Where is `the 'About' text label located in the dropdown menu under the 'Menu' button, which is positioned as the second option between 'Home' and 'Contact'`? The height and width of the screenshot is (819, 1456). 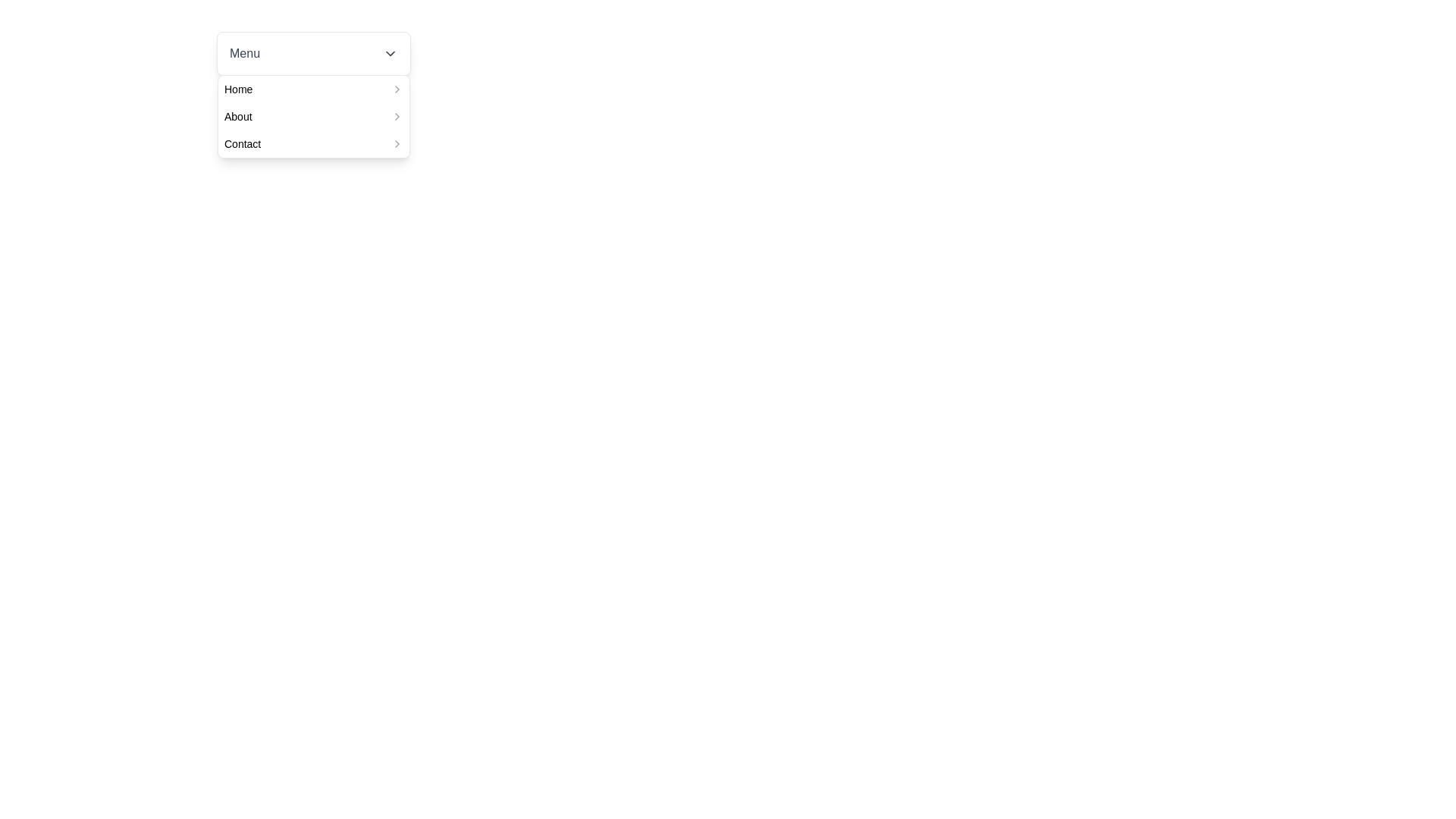
the 'About' text label located in the dropdown menu under the 'Menu' button, which is positioned as the second option between 'Home' and 'Contact' is located at coordinates (237, 116).